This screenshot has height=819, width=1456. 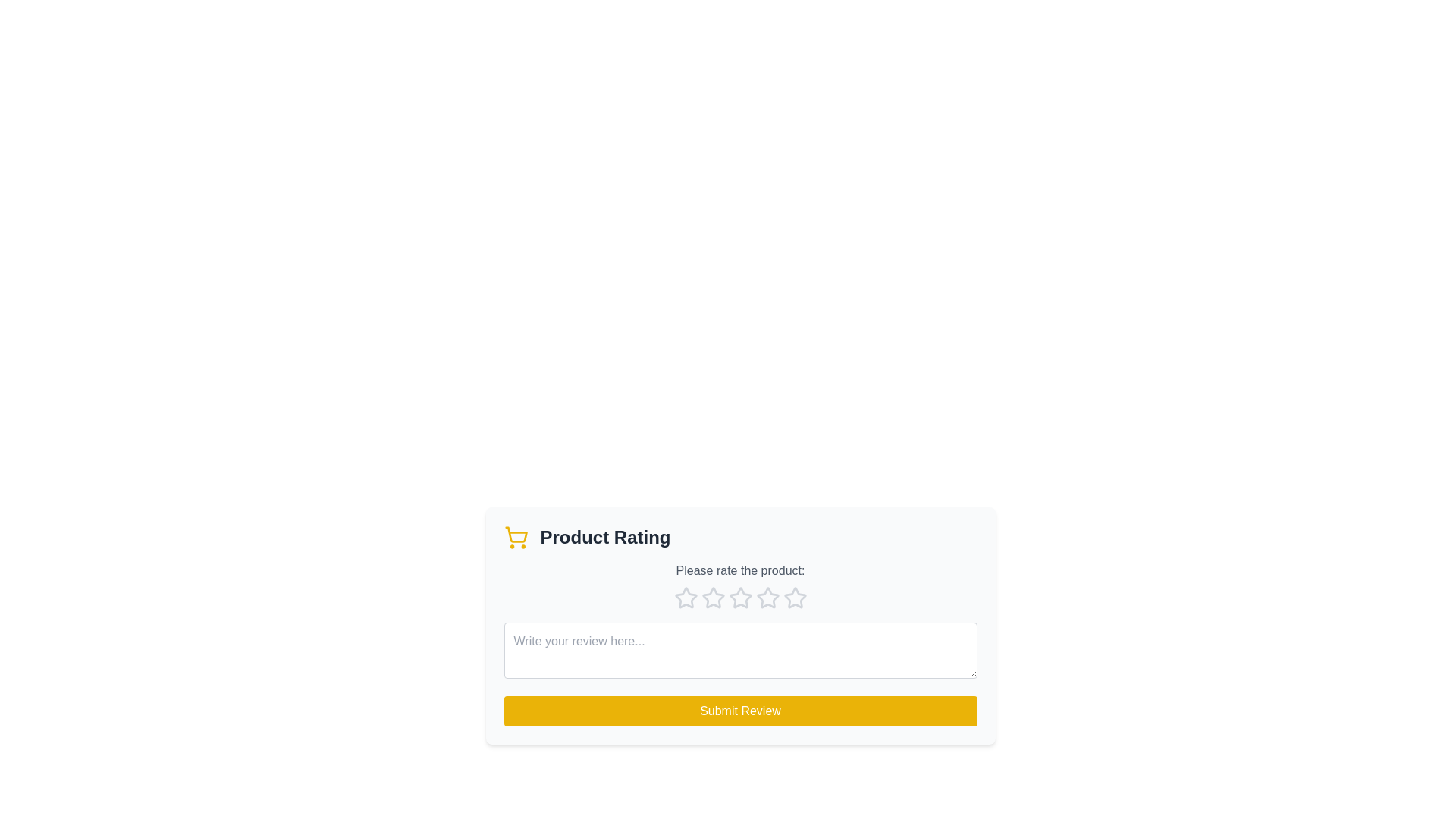 I want to click on the last star icon in the interactive visual rating control, so click(x=794, y=598).